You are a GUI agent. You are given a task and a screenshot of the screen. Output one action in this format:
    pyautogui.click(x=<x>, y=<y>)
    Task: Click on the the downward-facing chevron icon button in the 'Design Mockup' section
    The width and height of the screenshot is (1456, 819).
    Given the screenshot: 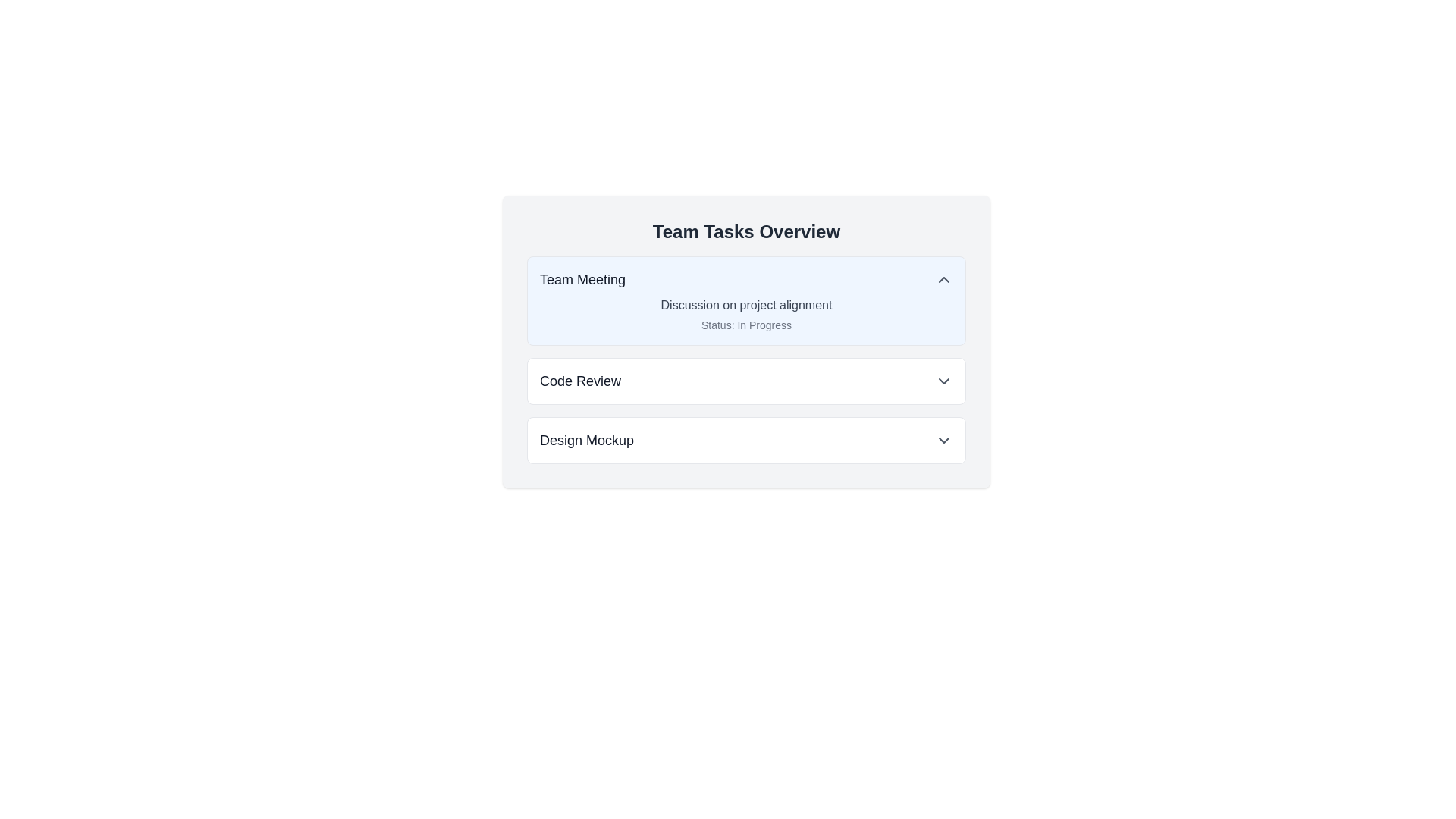 What is the action you would take?
    pyautogui.click(x=943, y=441)
    